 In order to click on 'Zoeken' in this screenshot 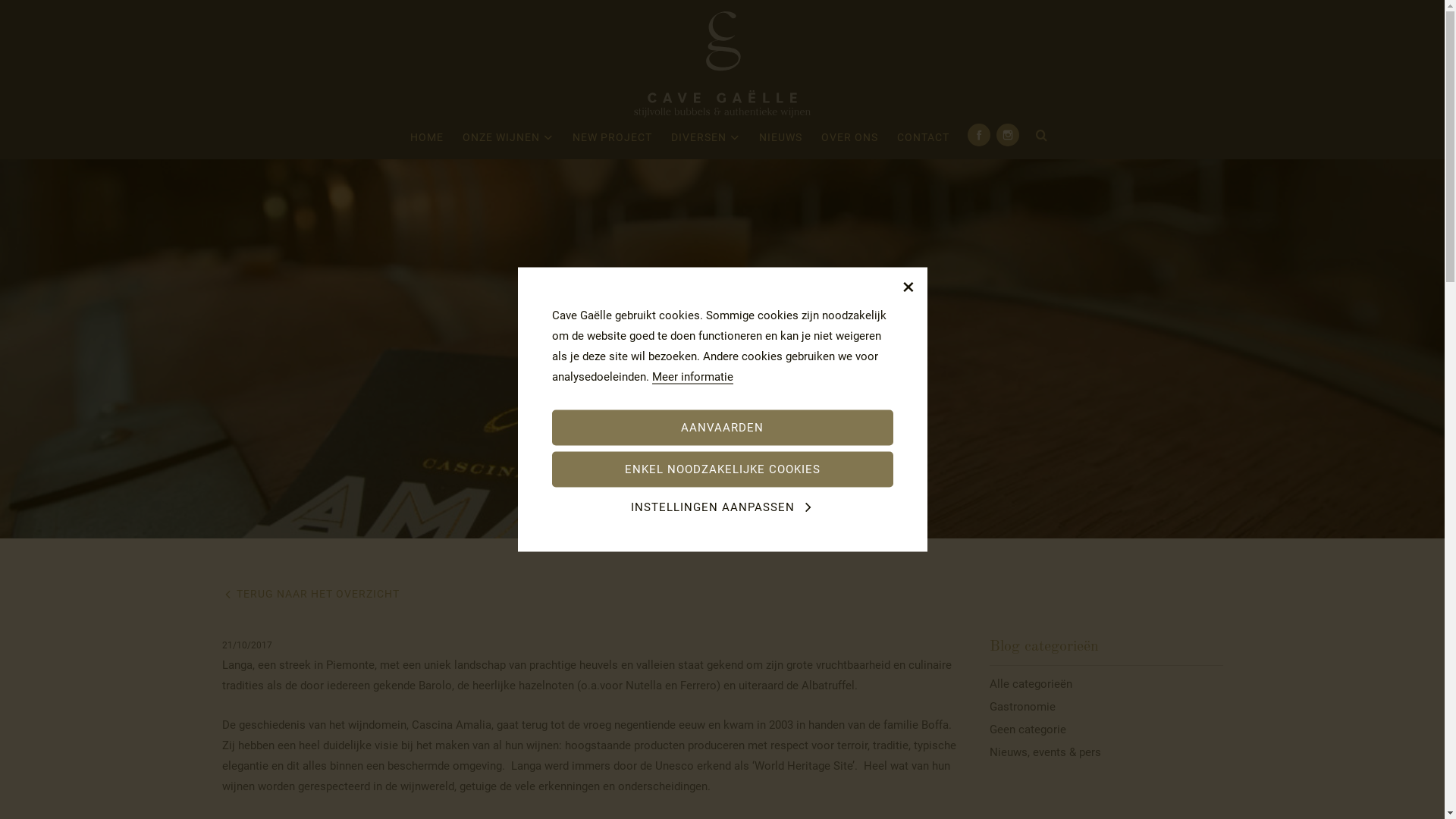, I will do `click(1040, 136)`.